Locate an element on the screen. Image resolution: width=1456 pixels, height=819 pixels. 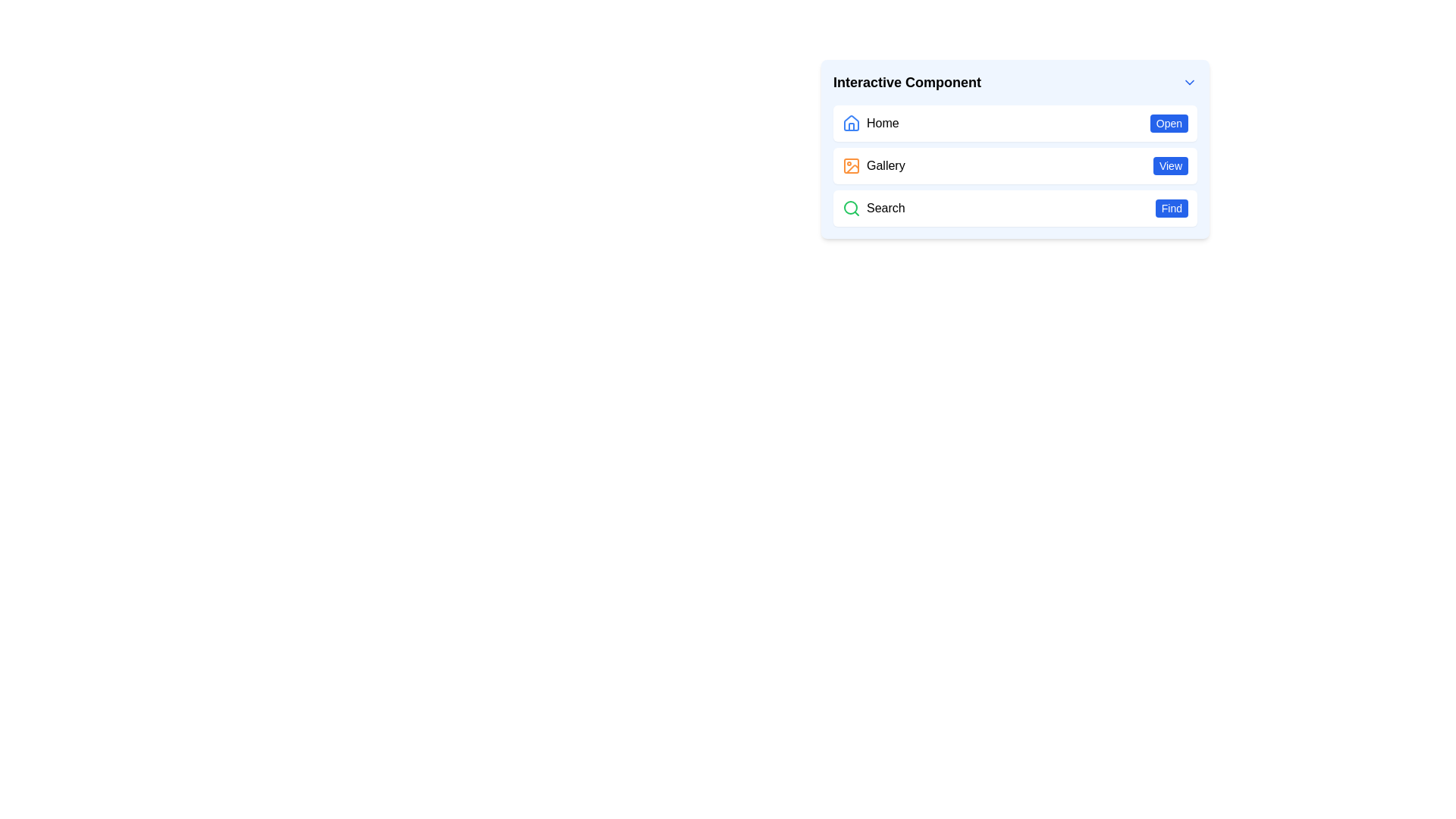
the 'View' button with a blue background and white text located in the 'Gallery' section to observe the styling change is located at coordinates (1169, 166).